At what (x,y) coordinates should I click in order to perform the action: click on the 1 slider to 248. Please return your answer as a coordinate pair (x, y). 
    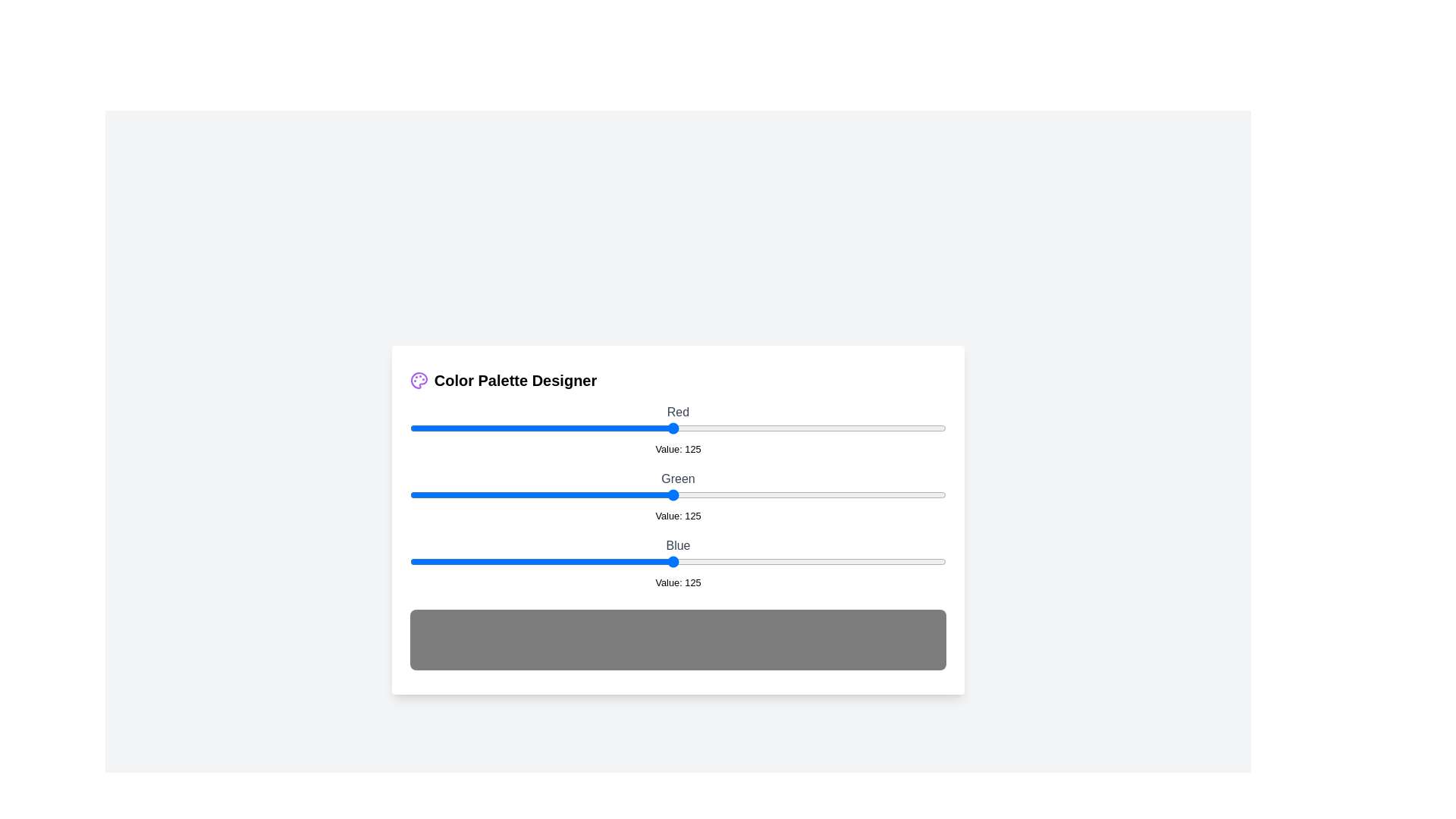
    Looking at the image, I should click on (930, 494).